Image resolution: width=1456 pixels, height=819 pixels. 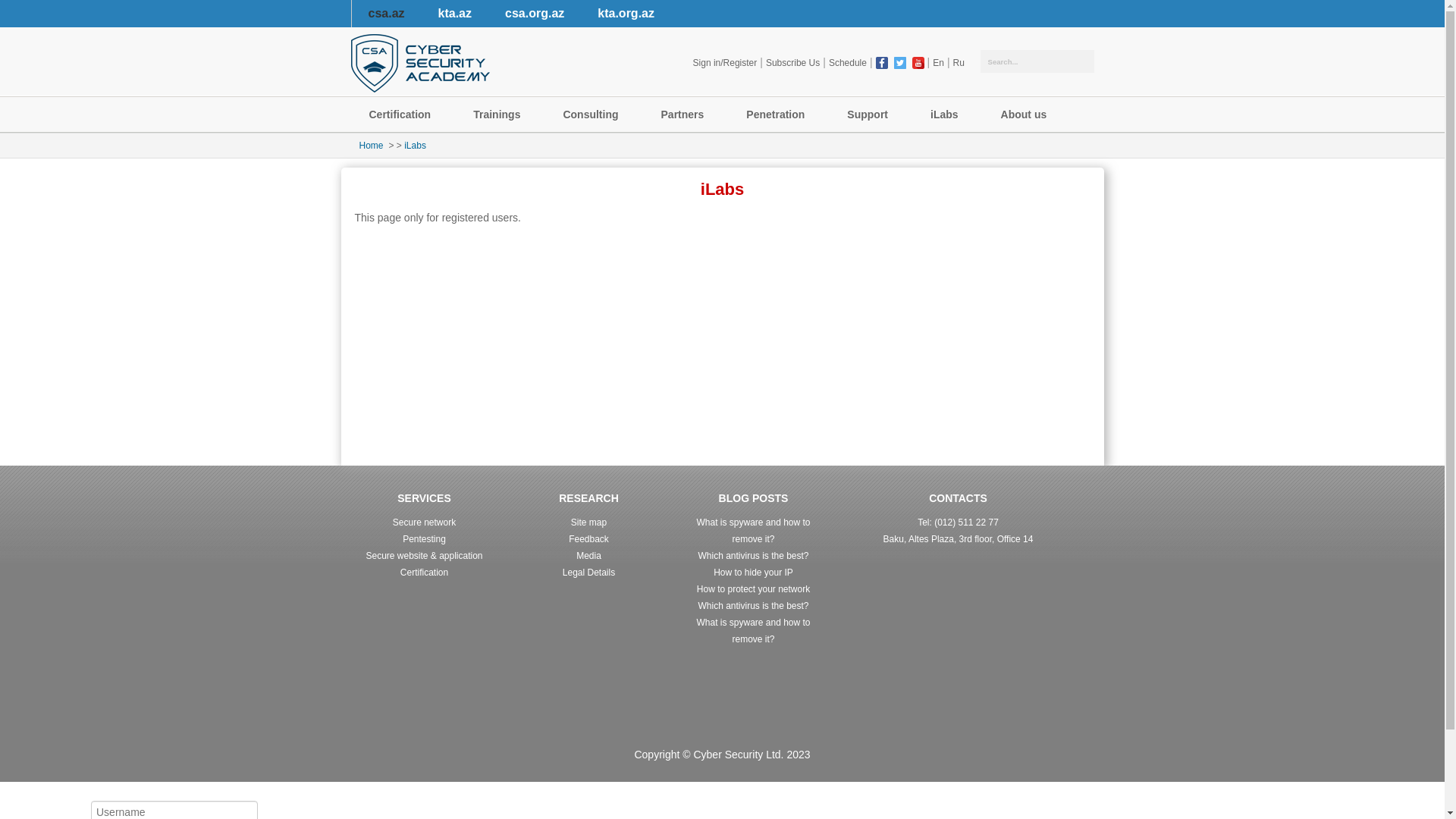 I want to click on 'Secure network', so click(x=424, y=522).